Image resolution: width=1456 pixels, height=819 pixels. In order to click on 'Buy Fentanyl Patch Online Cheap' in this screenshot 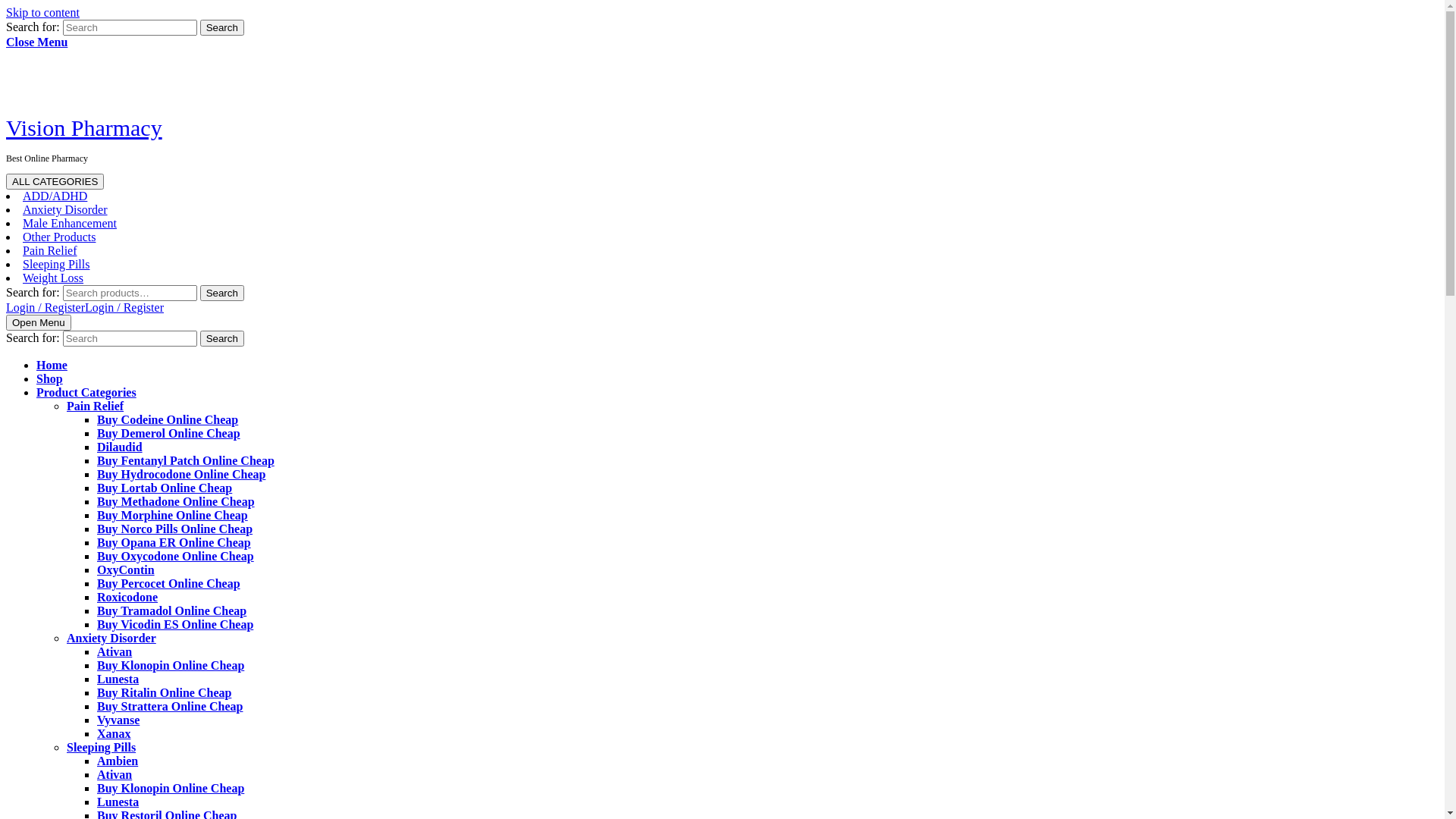, I will do `click(184, 460)`.